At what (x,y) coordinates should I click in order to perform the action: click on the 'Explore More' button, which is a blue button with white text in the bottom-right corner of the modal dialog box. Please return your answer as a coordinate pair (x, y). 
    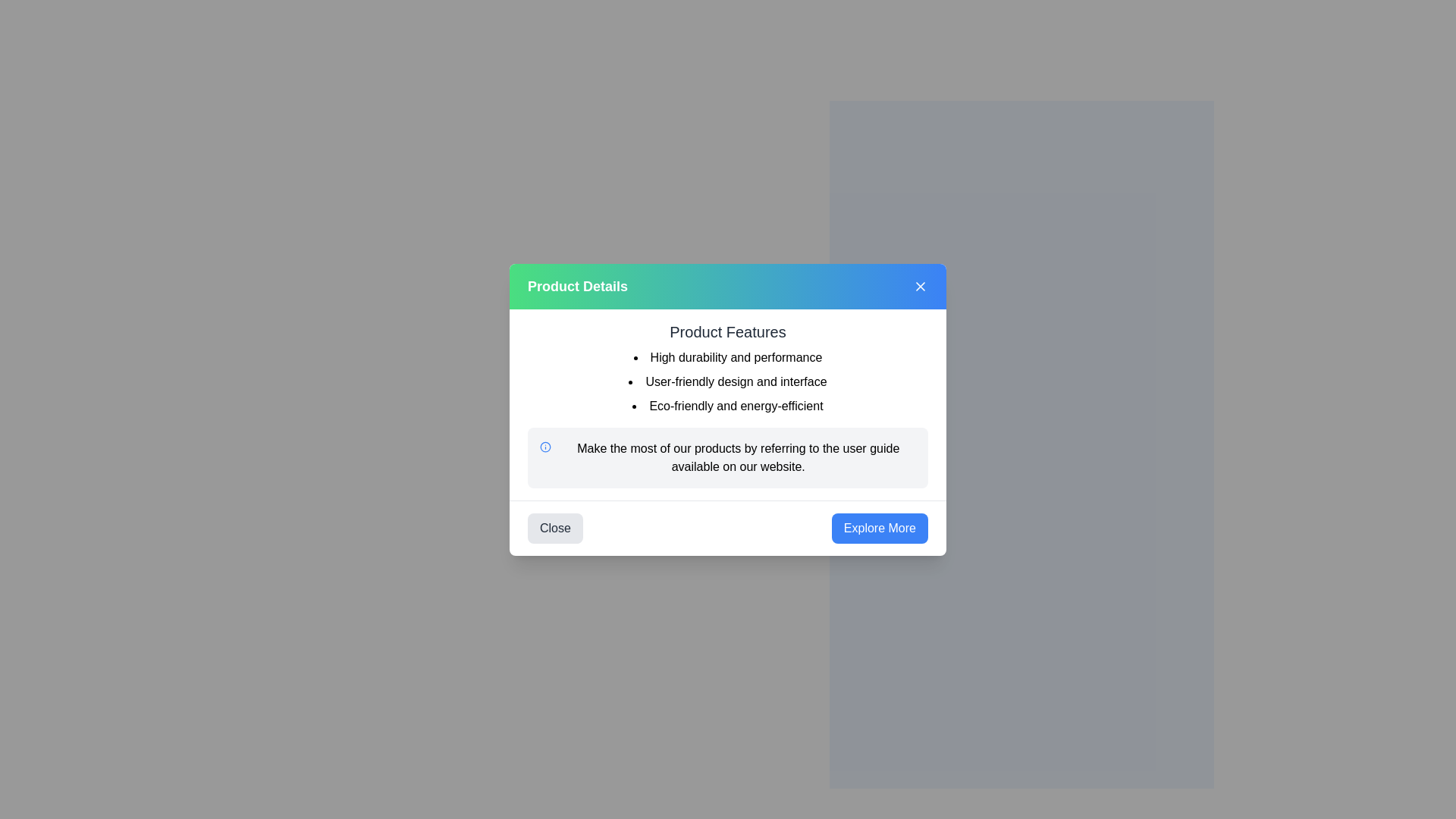
    Looking at the image, I should click on (880, 527).